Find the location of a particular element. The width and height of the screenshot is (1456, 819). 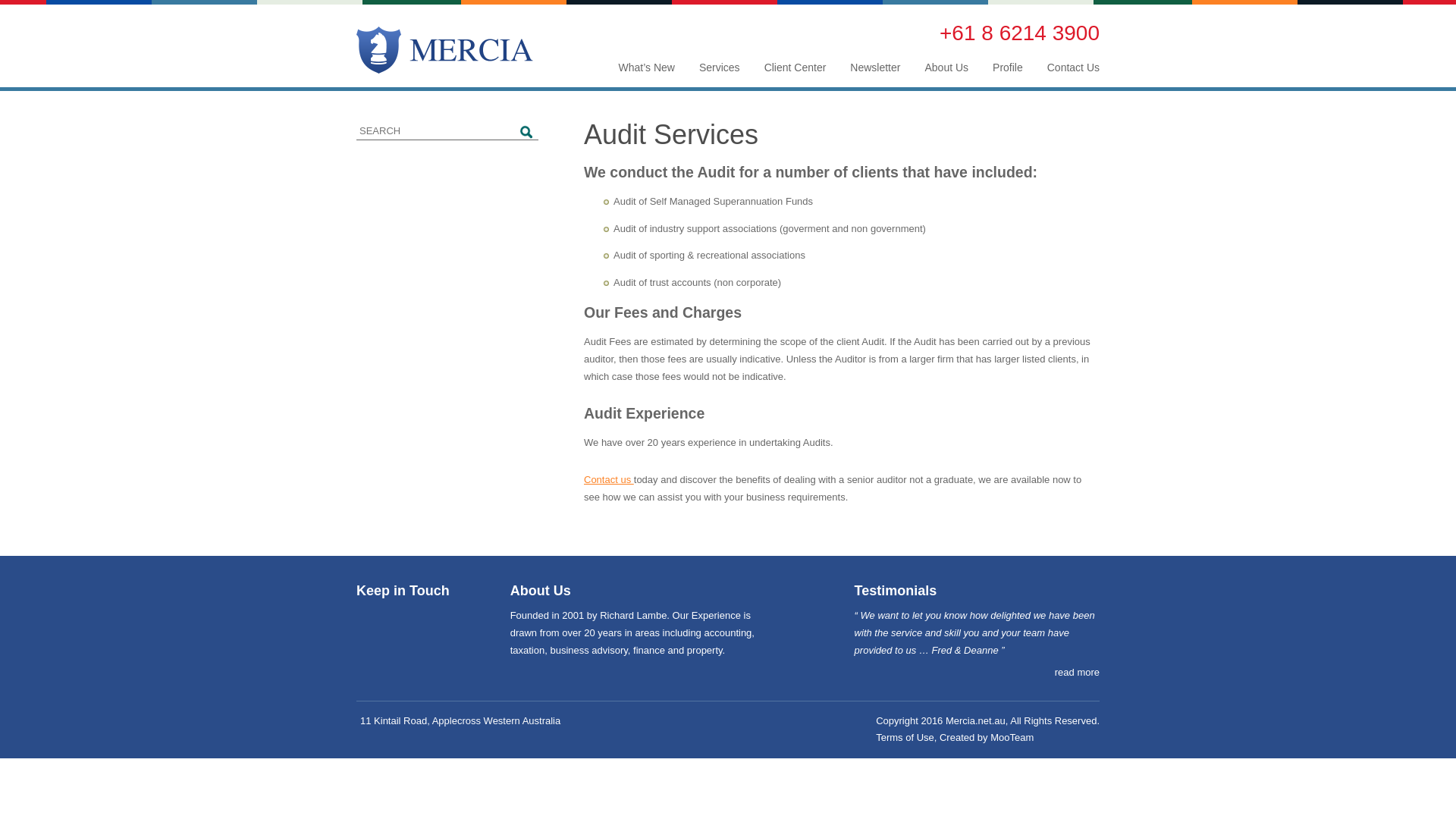

'read more' is located at coordinates (1076, 672).